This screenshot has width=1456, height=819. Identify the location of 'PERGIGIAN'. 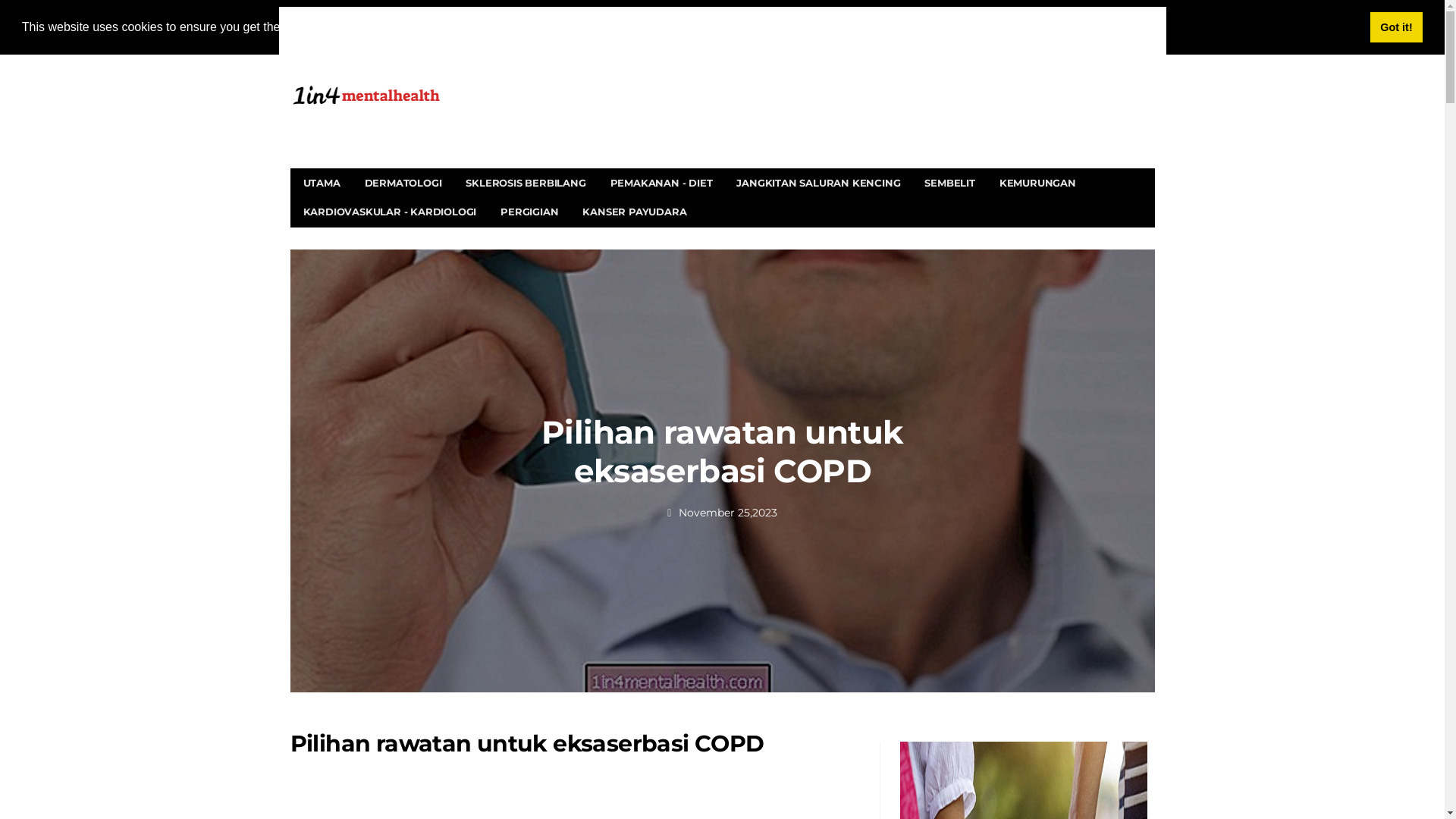
(529, 211).